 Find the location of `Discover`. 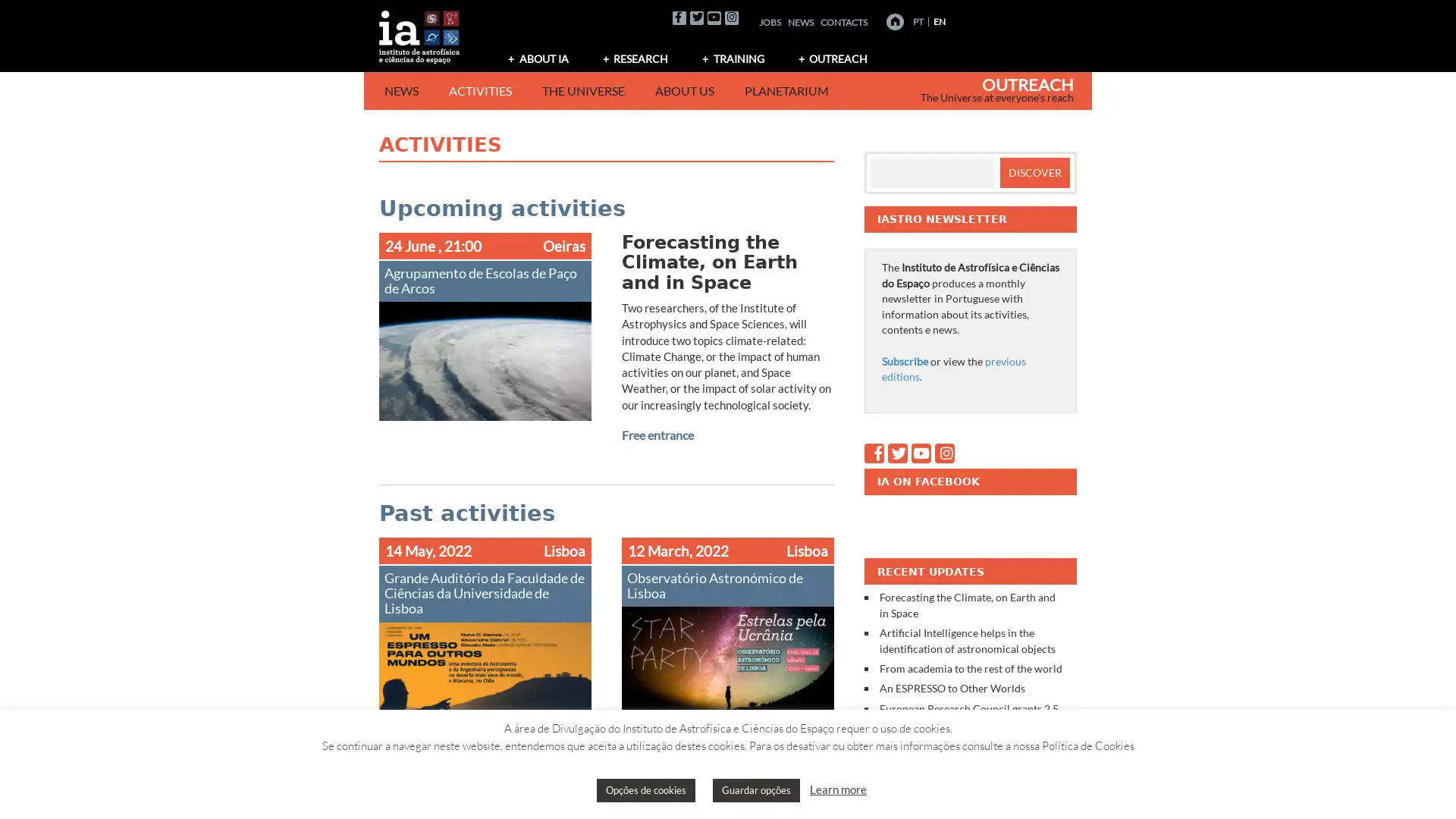

Discover is located at coordinates (1033, 171).